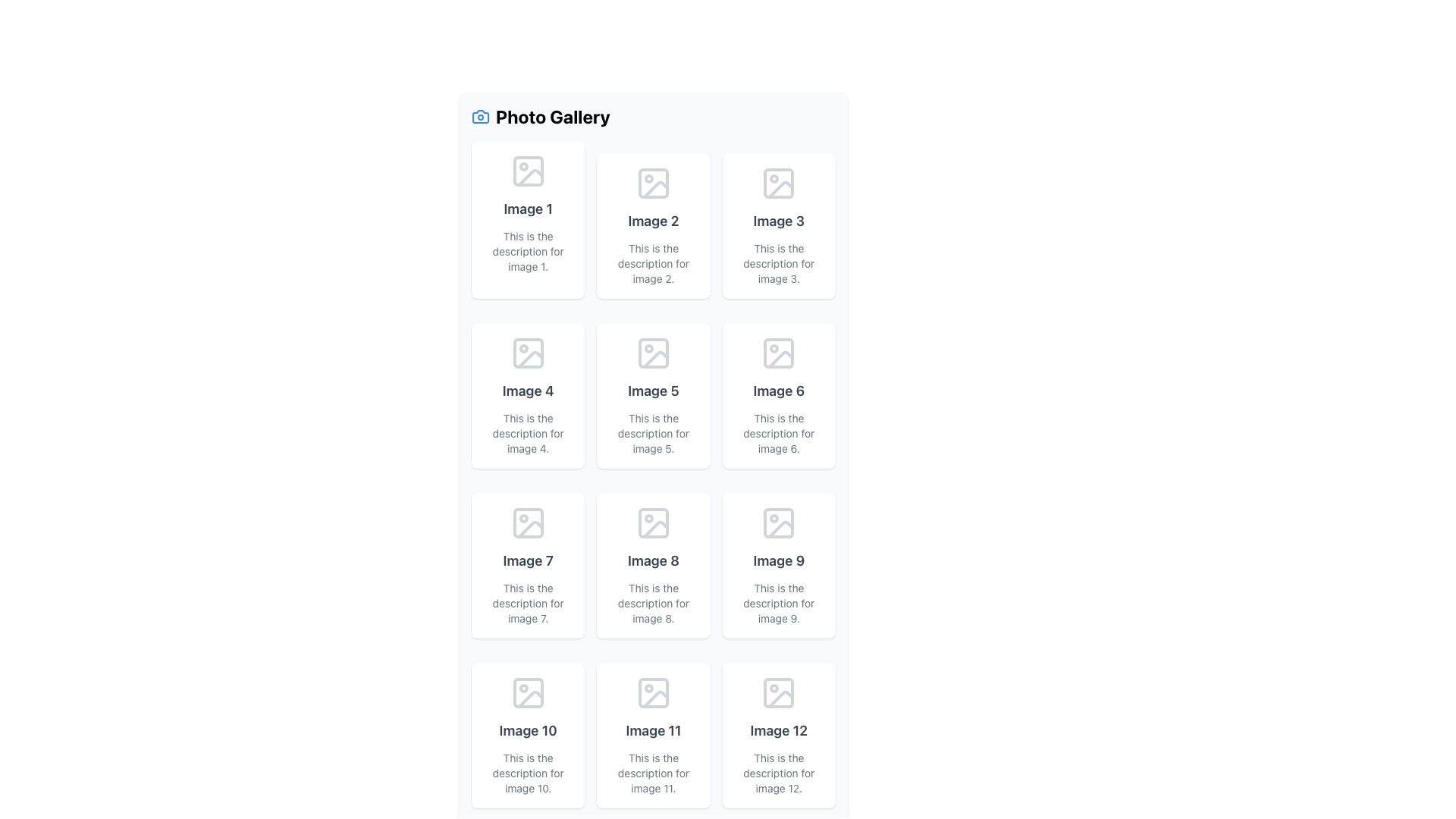 The height and width of the screenshot is (819, 1456). Describe the element at coordinates (653, 693) in the screenshot. I see `the gray image placeholder icon with rounded corners, located in the third column of the fourth row beneath 'Image 11' and above its description` at that location.